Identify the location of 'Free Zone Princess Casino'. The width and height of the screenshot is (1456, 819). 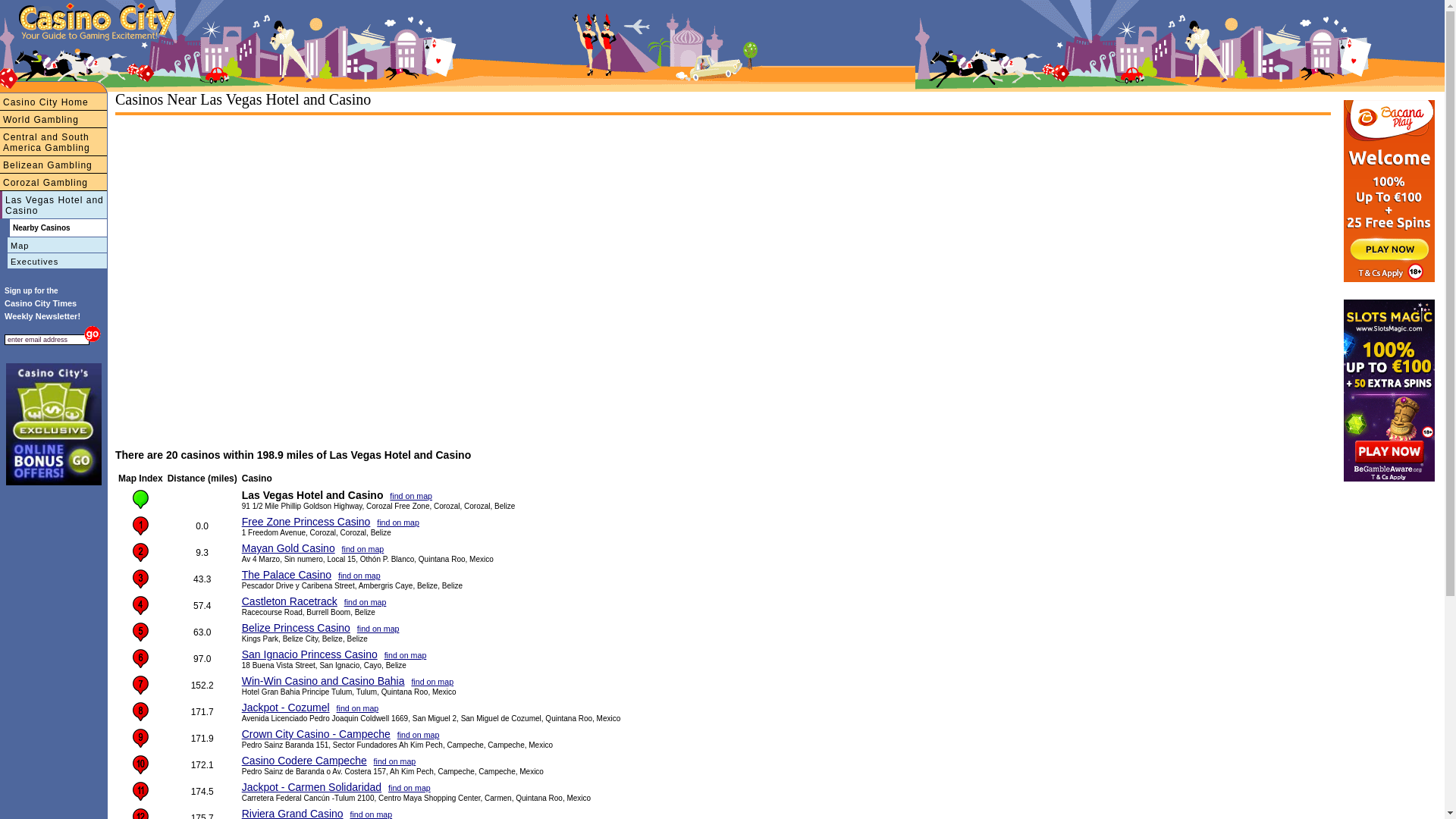
(240, 520).